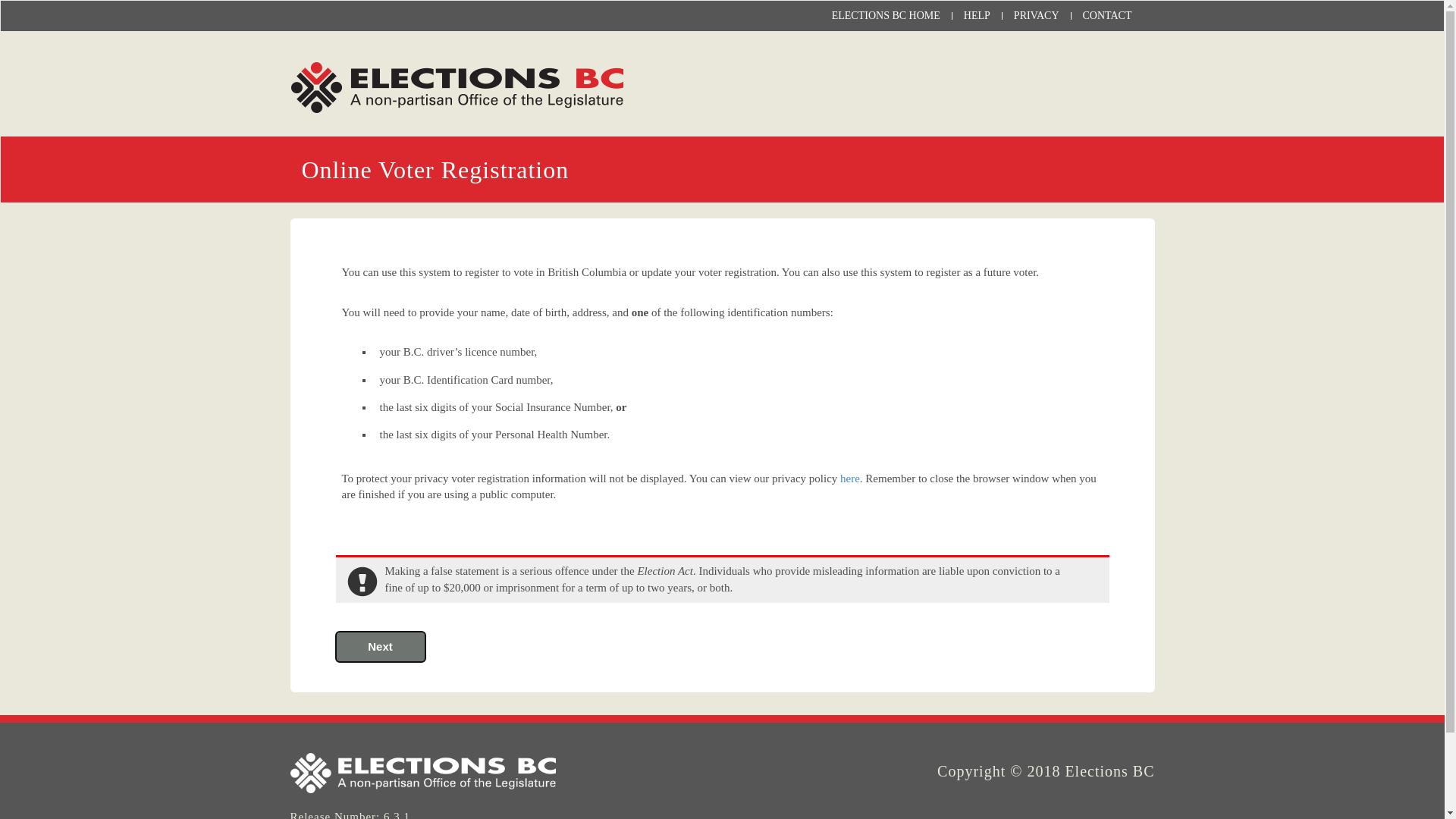 The width and height of the screenshot is (1456, 819). What do you see at coordinates (1106, 15) in the screenshot?
I see `'CONTACT'` at bounding box center [1106, 15].